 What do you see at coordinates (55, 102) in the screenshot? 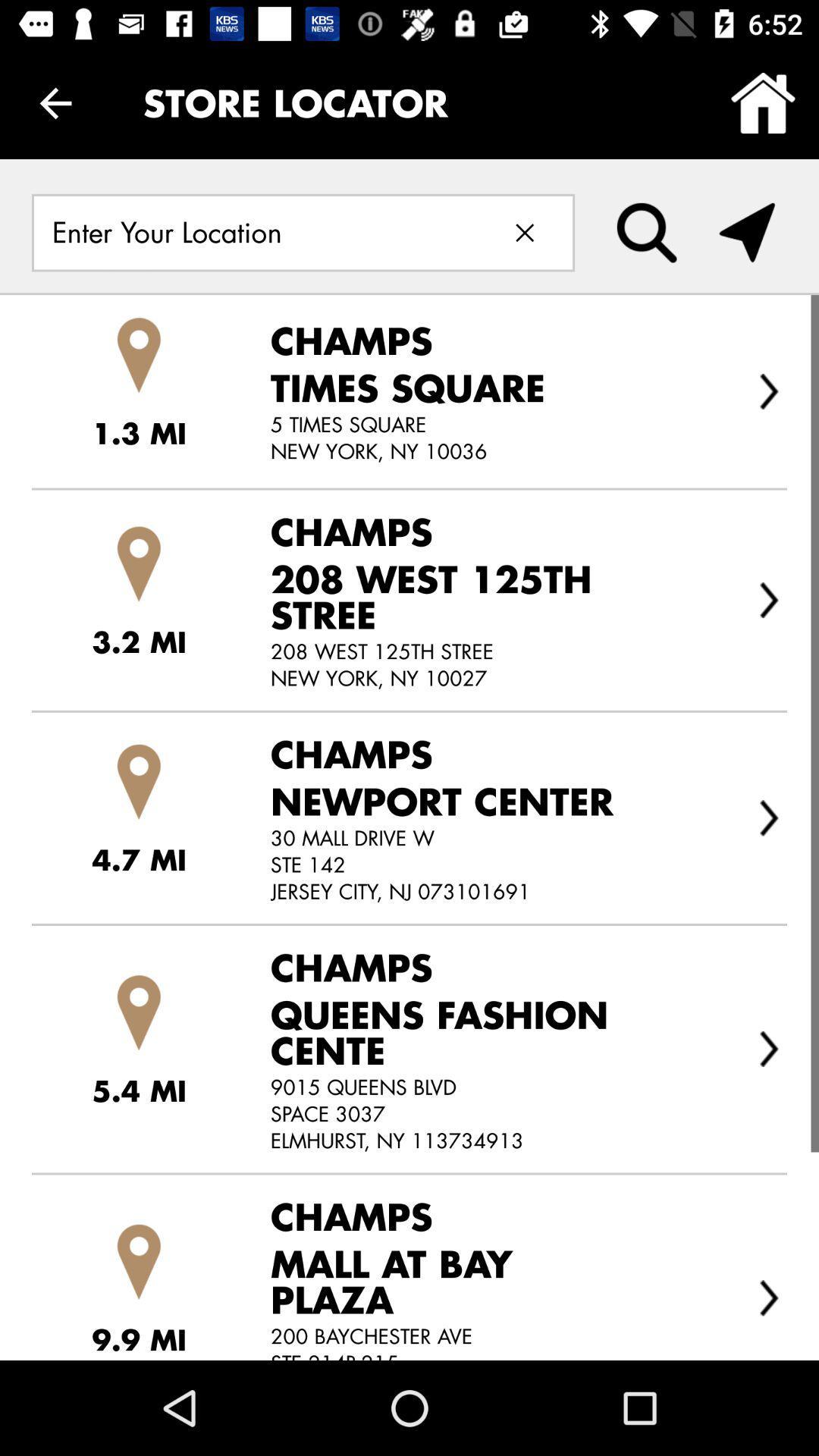
I see `the item to the left of the store locator icon` at bounding box center [55, 102].